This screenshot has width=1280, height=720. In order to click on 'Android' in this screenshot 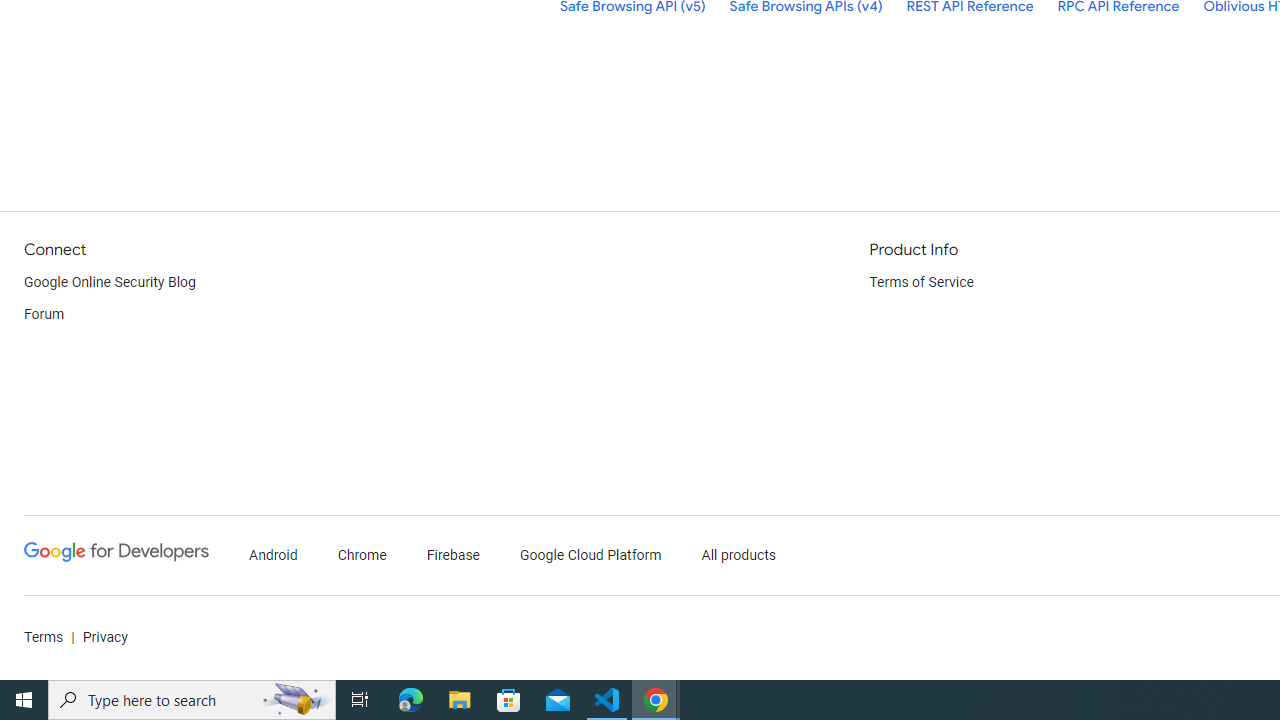, I will do `click(272, 555)`.